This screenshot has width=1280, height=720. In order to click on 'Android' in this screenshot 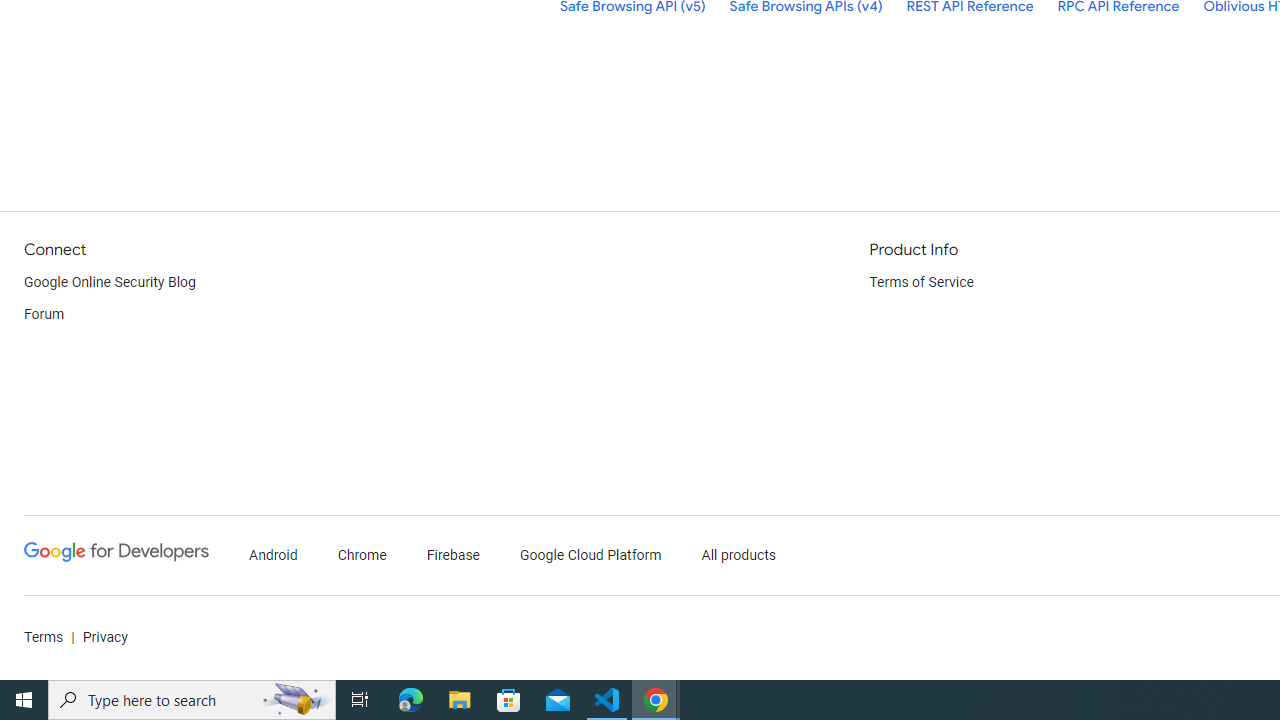, I will do `click(272, 555)`.